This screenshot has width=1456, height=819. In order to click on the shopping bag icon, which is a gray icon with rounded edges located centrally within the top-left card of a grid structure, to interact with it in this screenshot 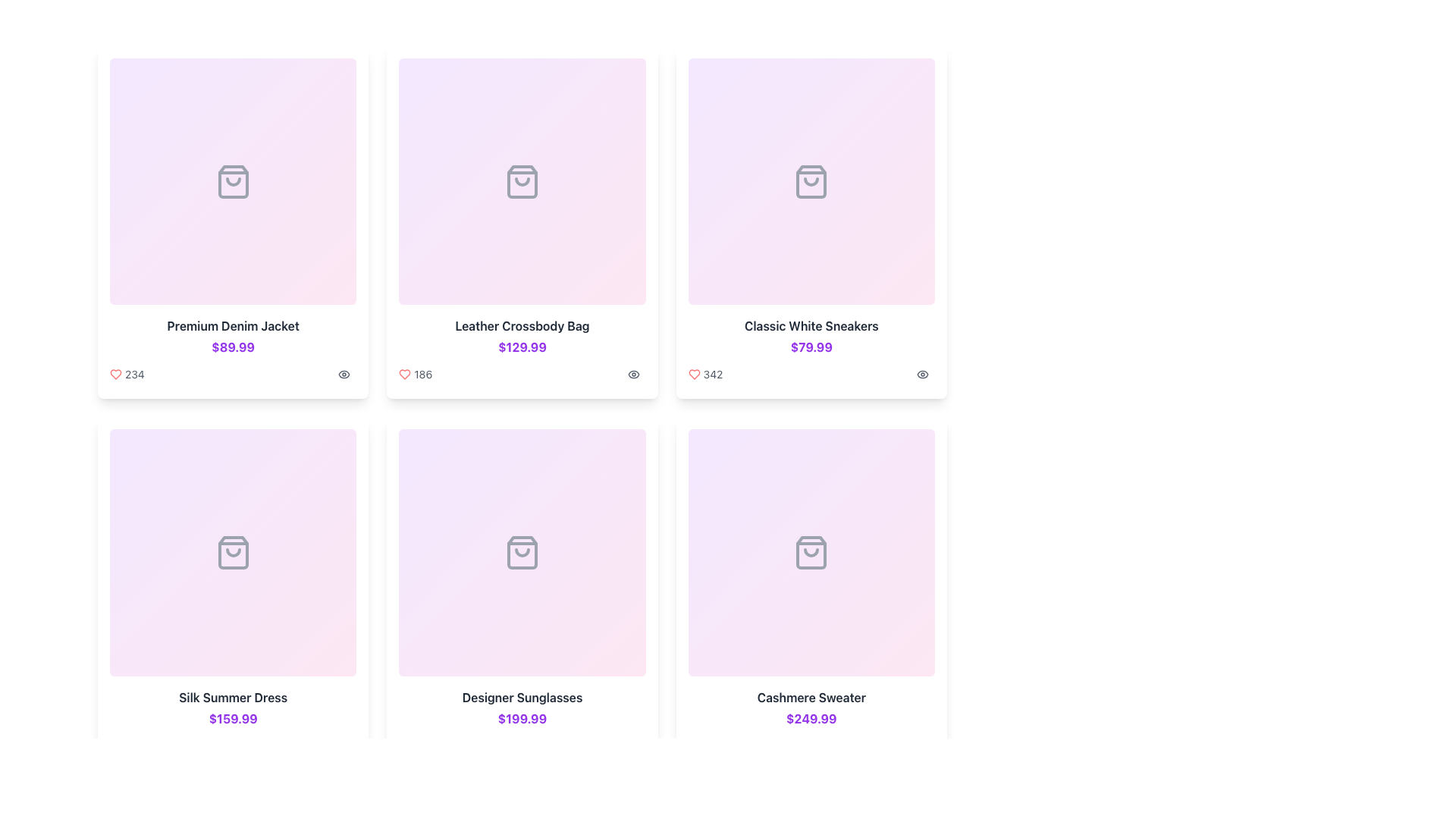, I will do `click(232, 180)`.